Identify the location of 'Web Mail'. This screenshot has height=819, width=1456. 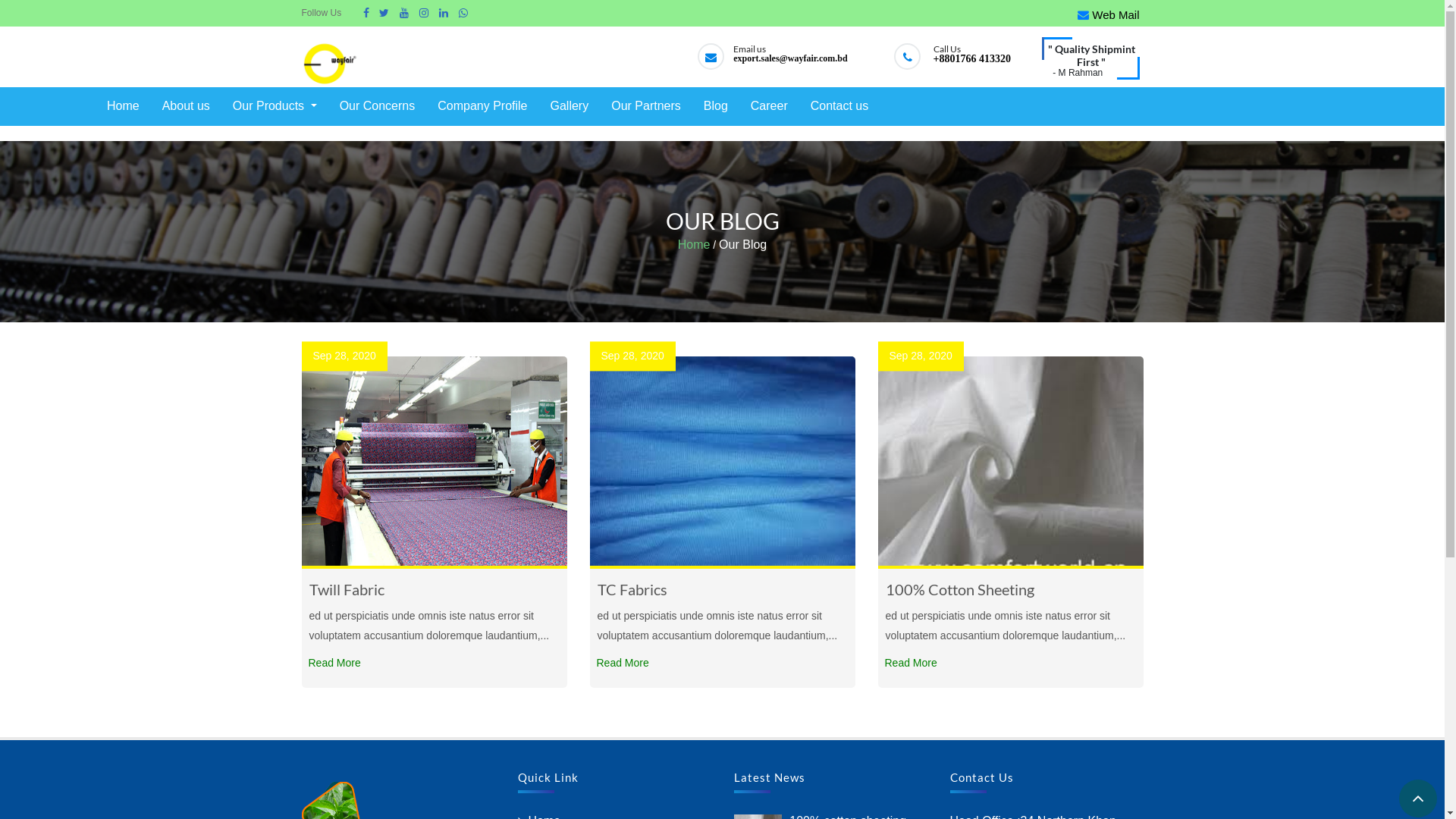
(1108, 14).